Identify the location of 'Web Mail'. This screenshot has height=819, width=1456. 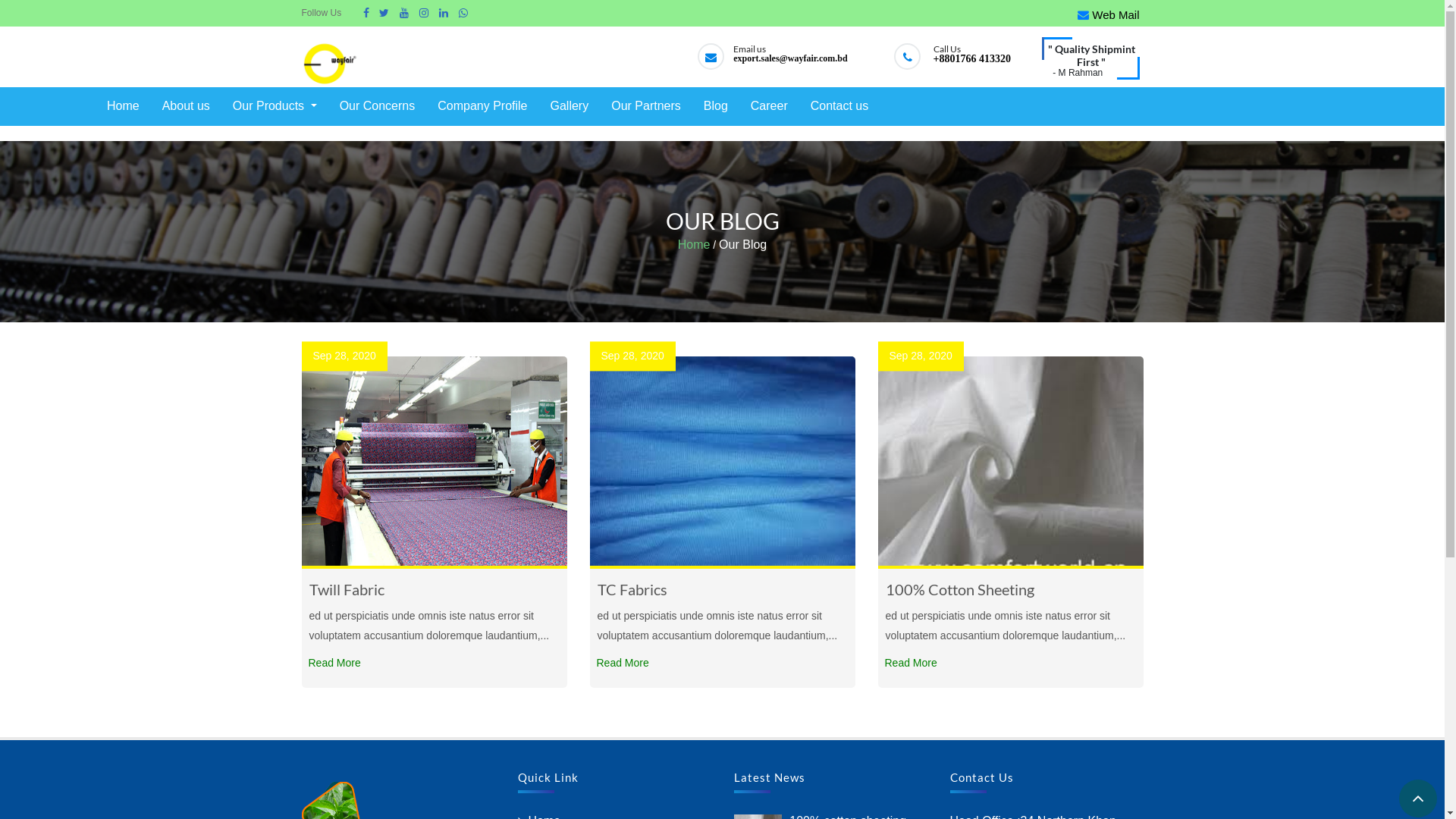
(1108, 14).